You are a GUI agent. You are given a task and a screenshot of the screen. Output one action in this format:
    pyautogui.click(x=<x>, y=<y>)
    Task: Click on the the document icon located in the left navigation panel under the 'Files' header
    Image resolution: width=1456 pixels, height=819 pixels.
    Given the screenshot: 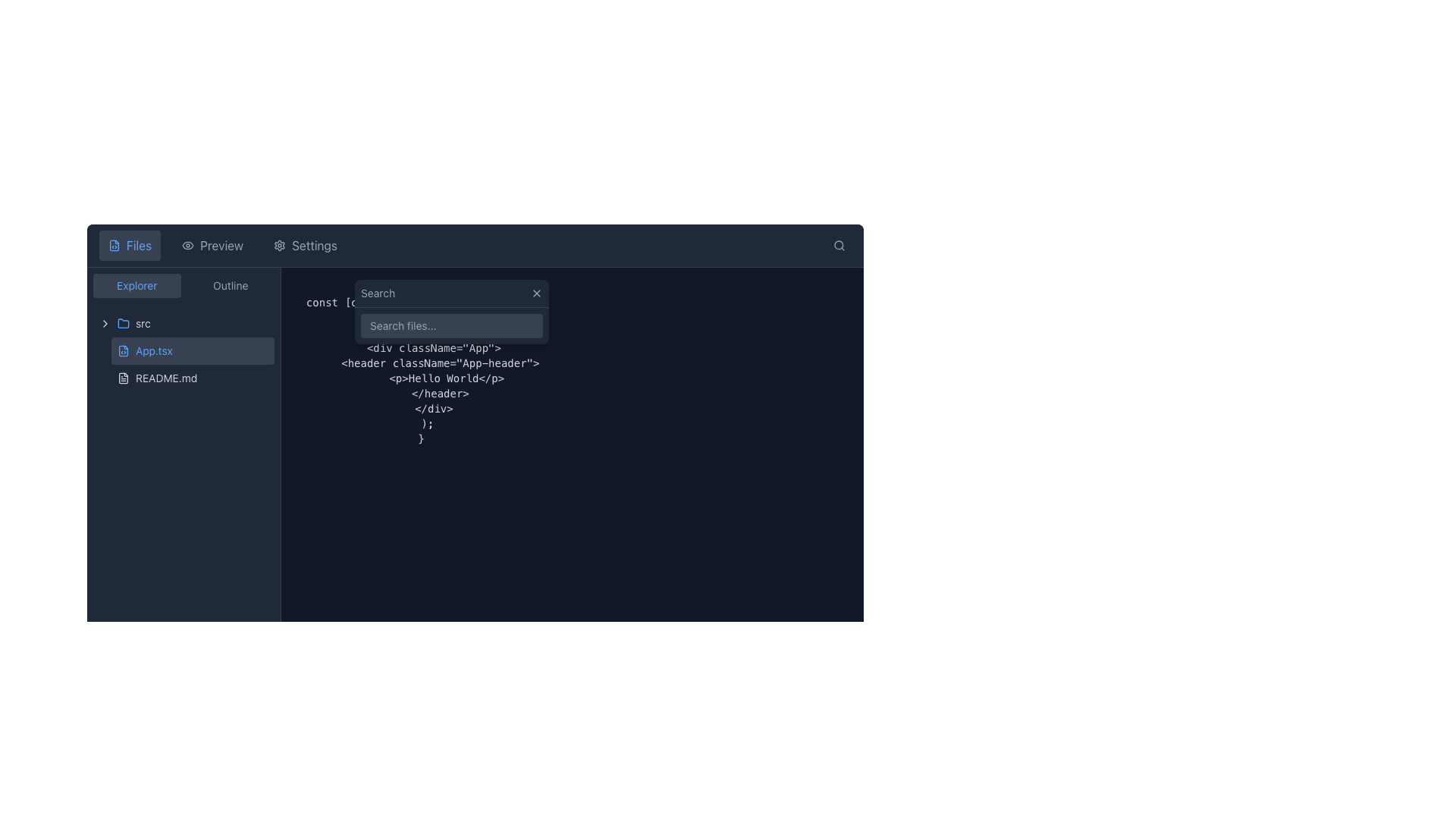 What is the action you would take?
    pyautogui.click(x=113, y=245)
    